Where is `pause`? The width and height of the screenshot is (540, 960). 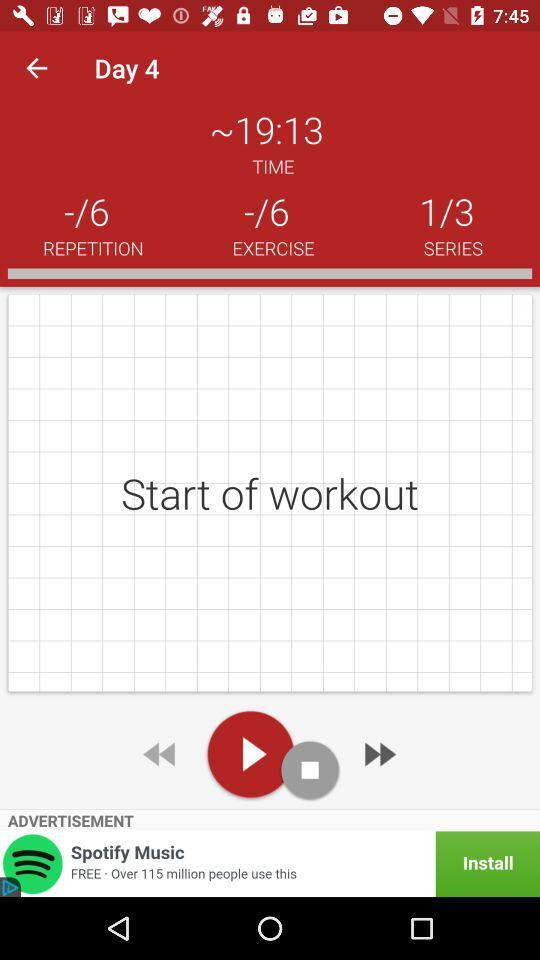 pause is located at coordinates (310, 769).